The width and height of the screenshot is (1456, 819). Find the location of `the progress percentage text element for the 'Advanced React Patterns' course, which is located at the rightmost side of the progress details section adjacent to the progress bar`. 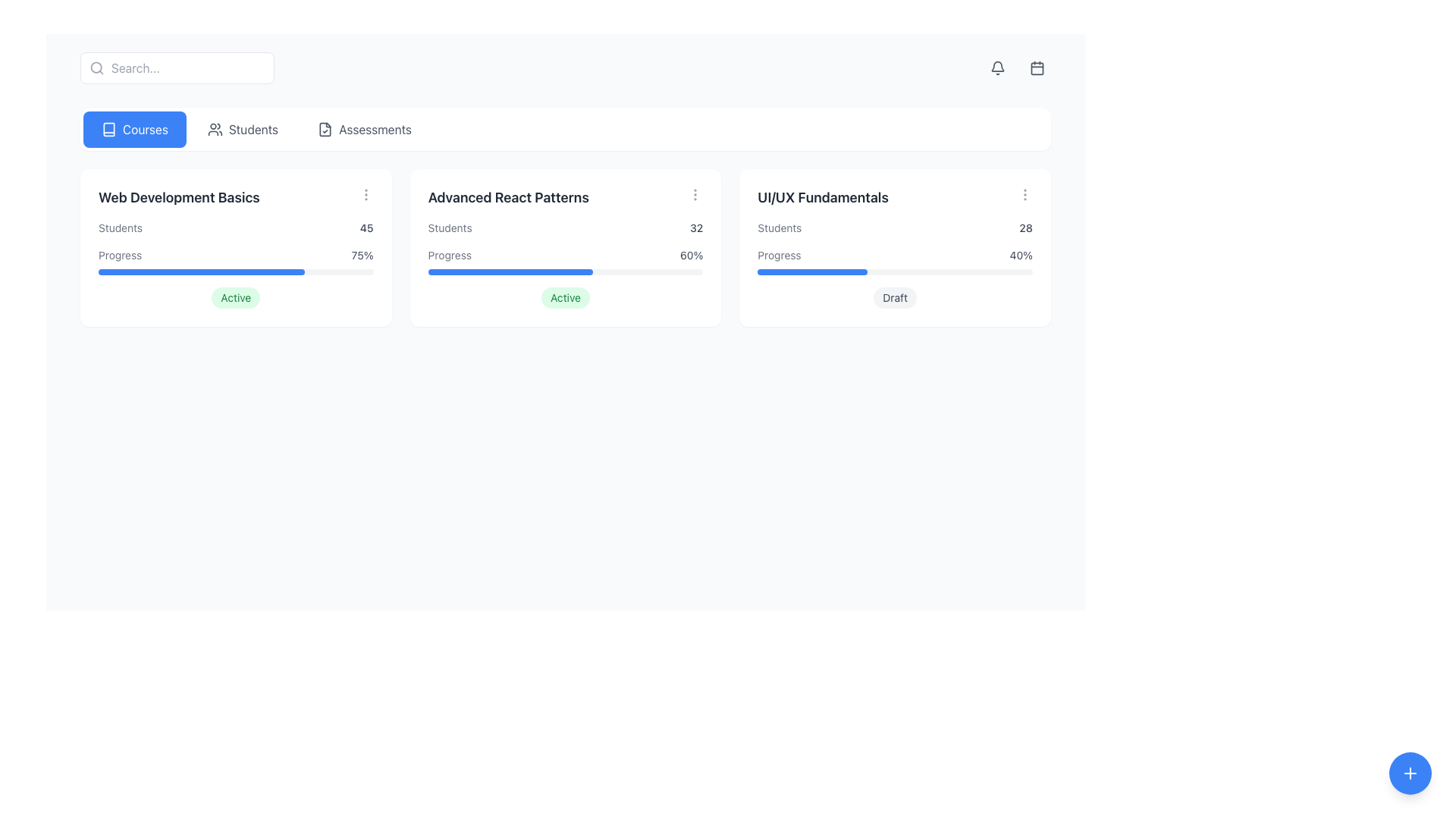

the progress percentage text element for the 'Advanced React Patterns' course, which is located at the rightmost side of the progress details section adjacent to the progress bar is located at coordinates (691, 254).